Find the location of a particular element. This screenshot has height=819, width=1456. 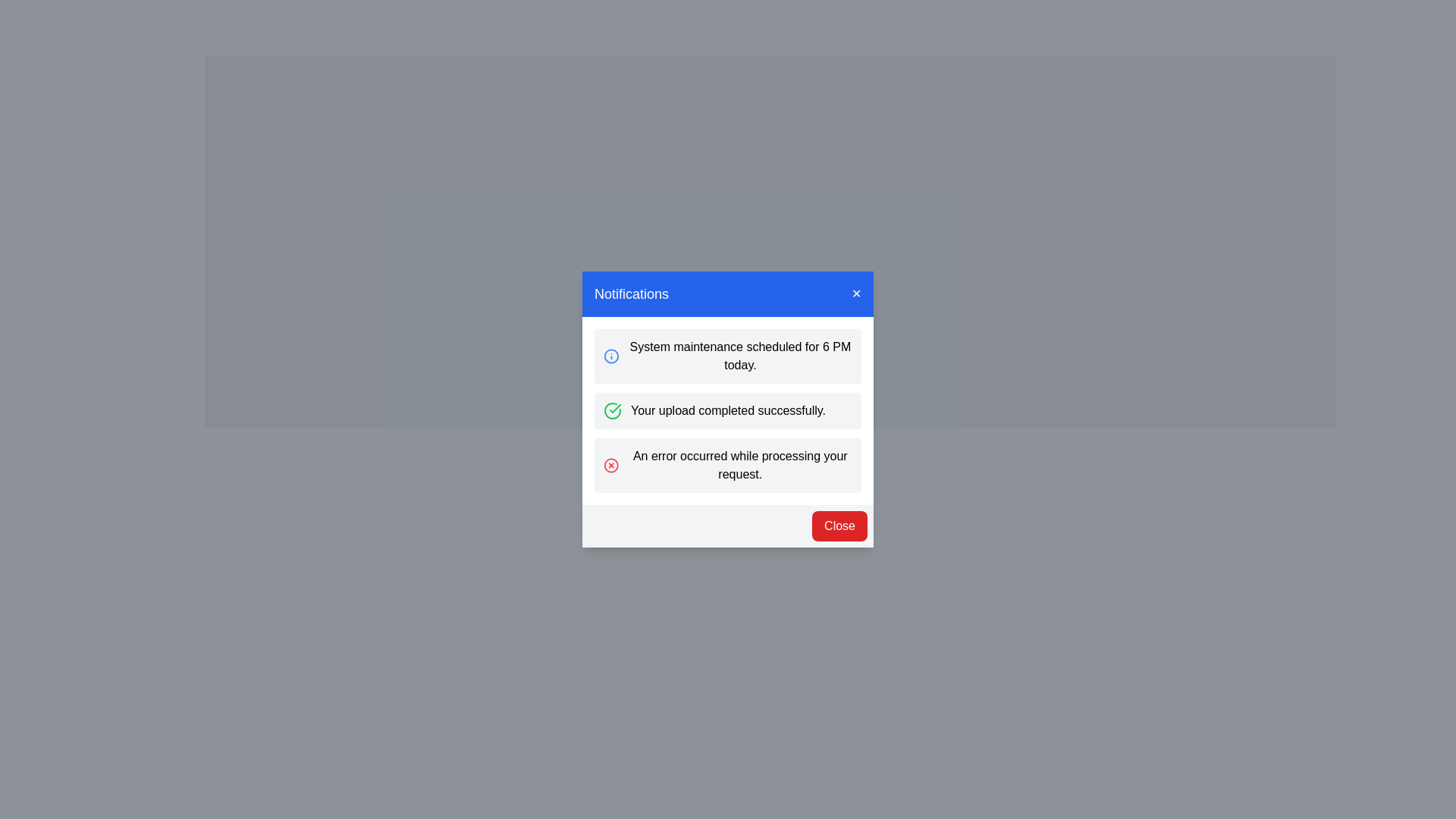

the 'View Notifications' button to open the notification dialog is located at coordinates (770, 464).